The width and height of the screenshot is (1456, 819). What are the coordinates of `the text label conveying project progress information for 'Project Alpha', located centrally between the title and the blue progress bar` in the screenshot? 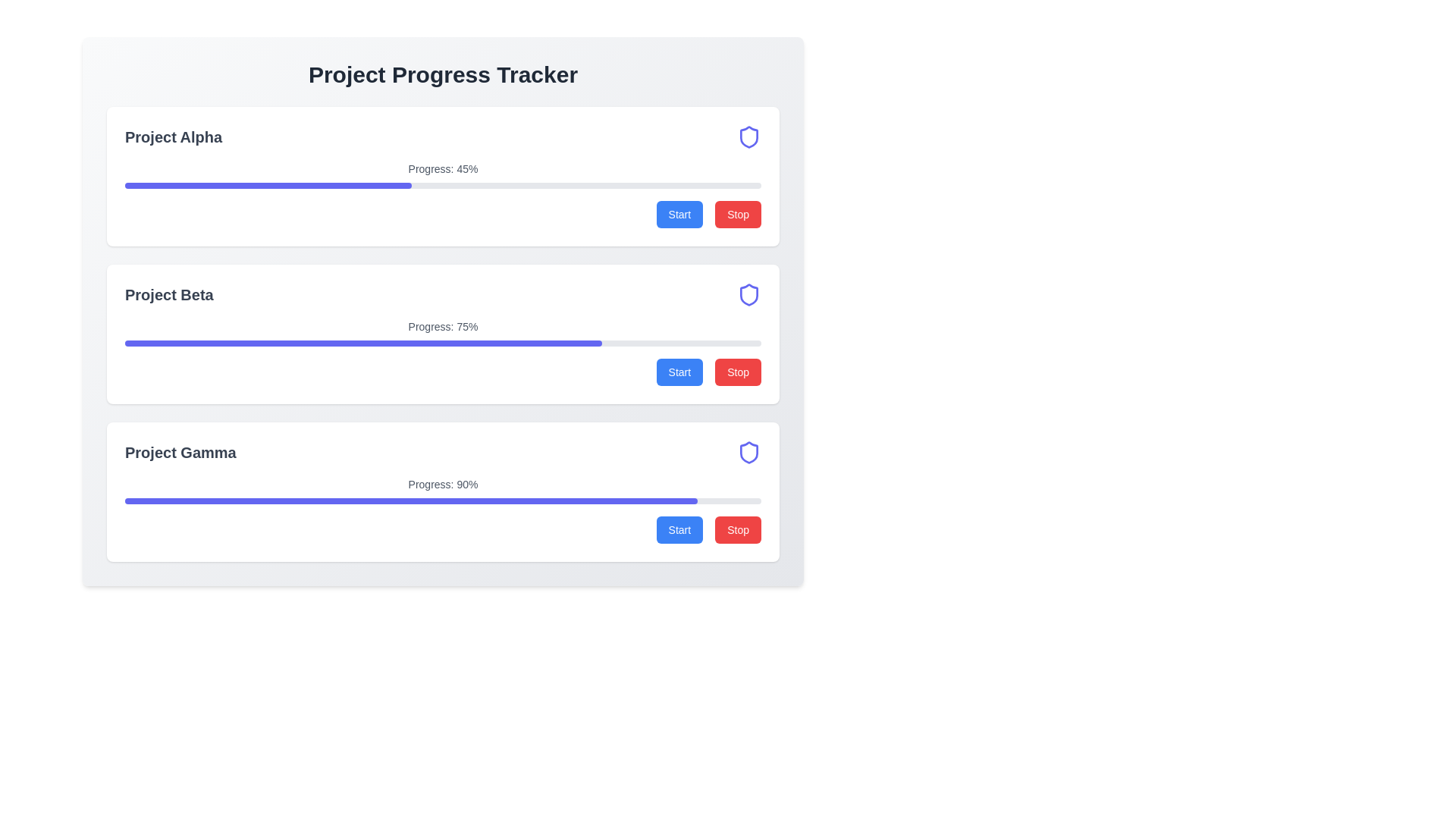 It's located at (442, 169).